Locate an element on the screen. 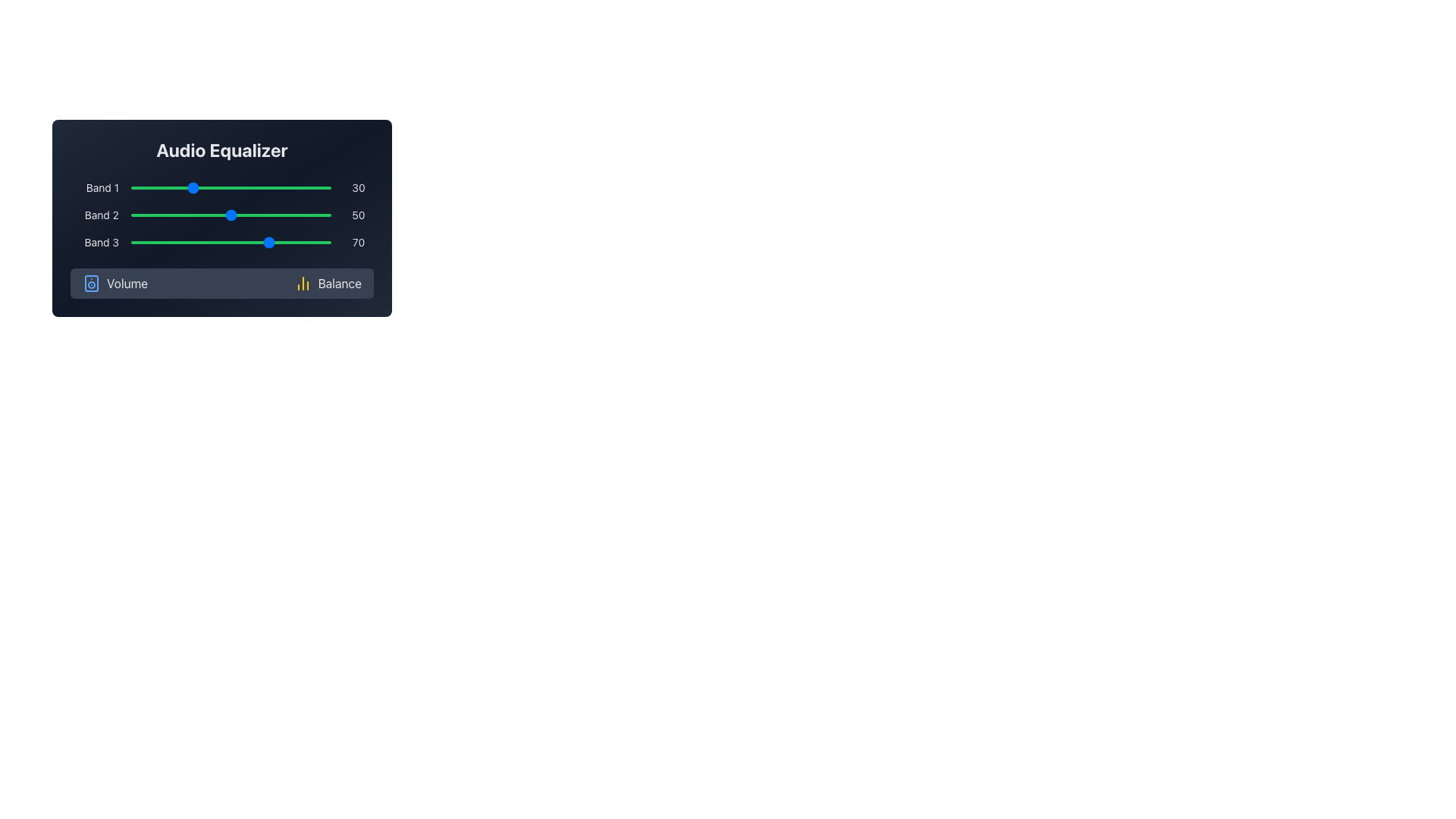  the frequency slider is located at coordinates (220, 215).